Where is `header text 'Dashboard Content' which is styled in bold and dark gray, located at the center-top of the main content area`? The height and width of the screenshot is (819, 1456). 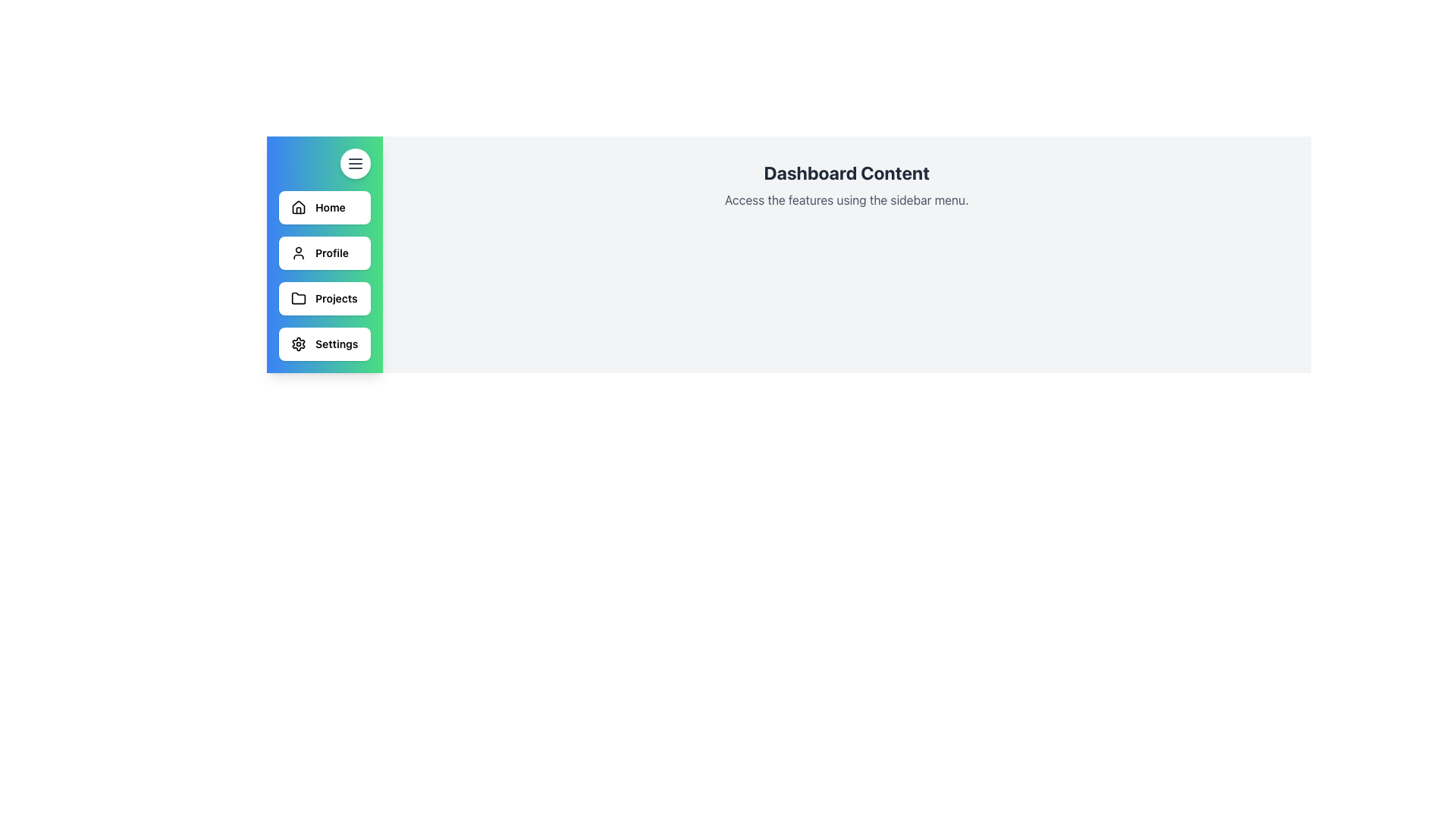
header text 'Dashboard Content' which is styled in bold and dark gray, located at the center-top of the main content area is located at coordinates (846, 171).